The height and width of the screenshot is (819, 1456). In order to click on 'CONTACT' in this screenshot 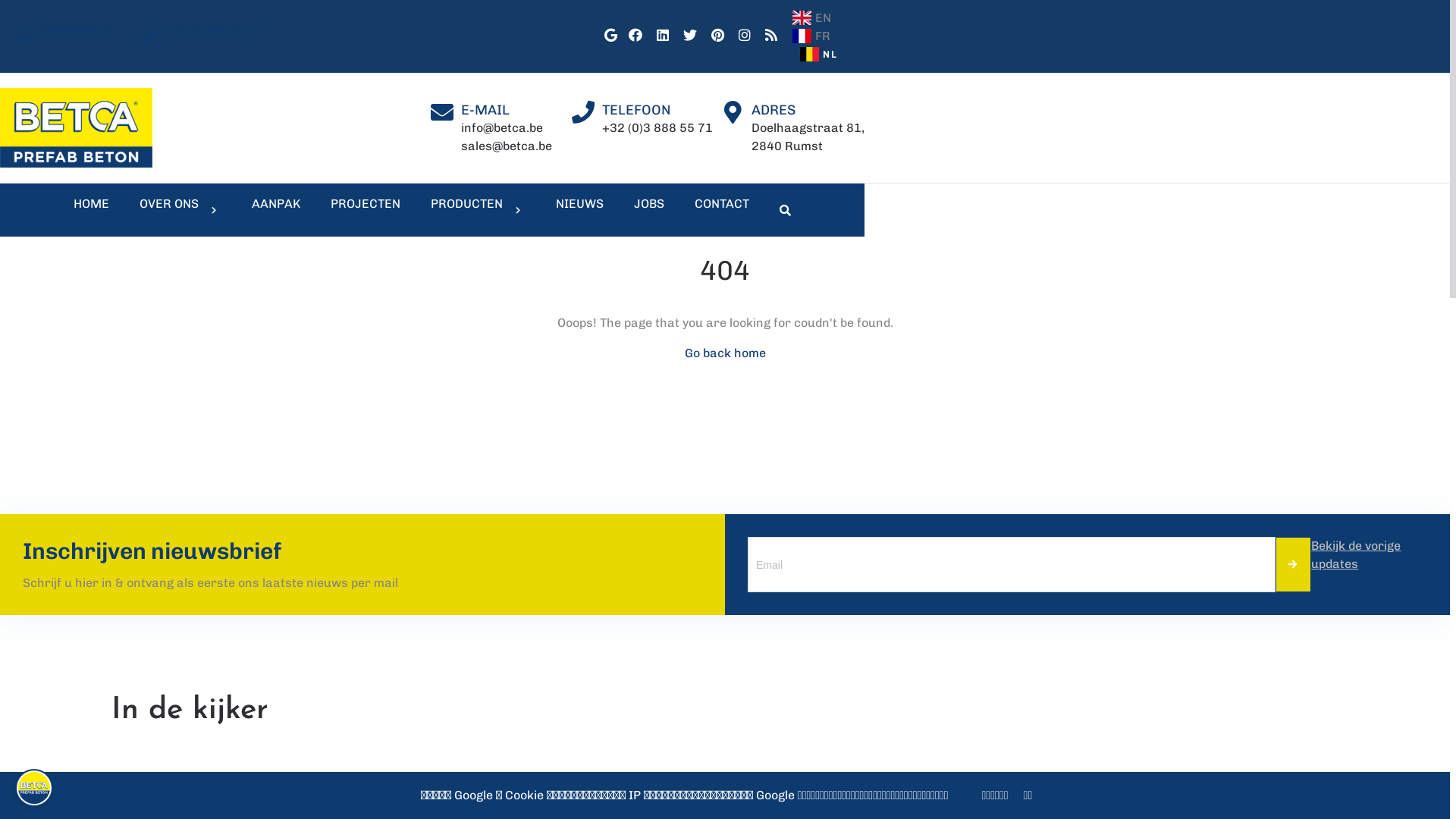, I will do `click(679, 210)`.